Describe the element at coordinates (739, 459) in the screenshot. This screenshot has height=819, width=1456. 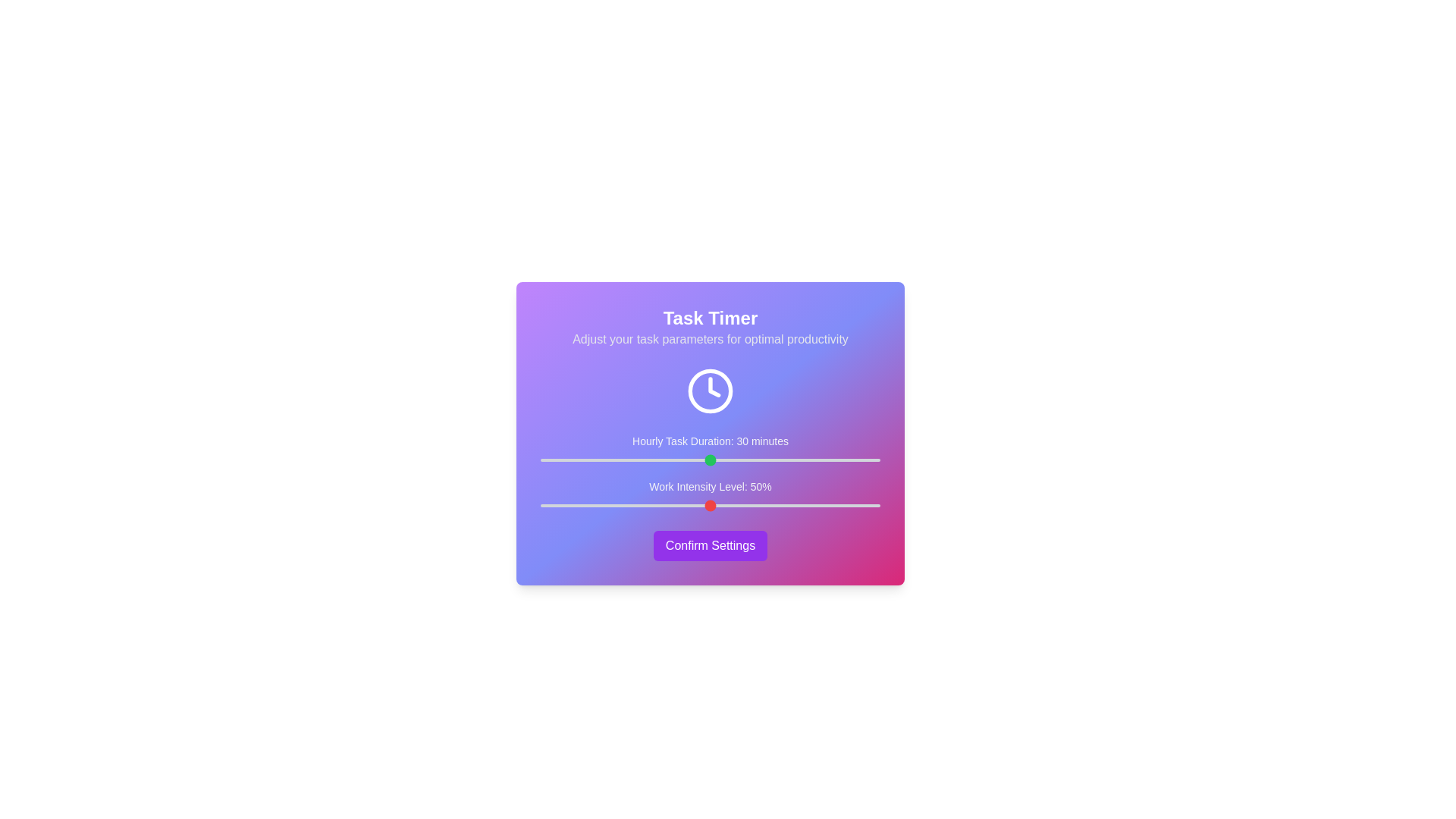
I see `the 'Hourly Task Duration' slider to 35 minutes` at that location.